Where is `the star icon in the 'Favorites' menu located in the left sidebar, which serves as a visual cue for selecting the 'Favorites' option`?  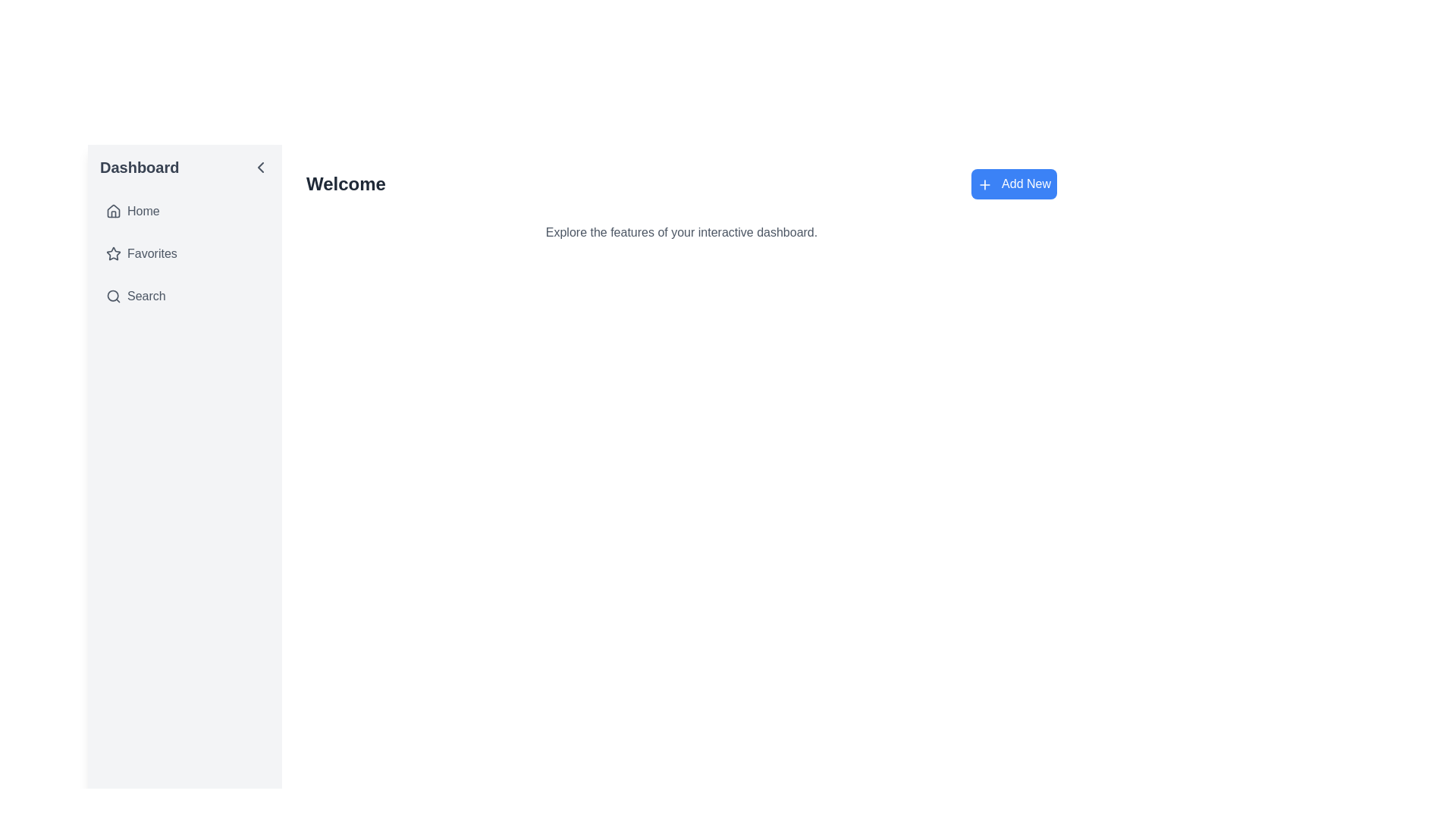
the star icon in the 'Favorites' menu located in the left sidebar, which serves as a visual cue for selecting the 'Favorites' option is located at coordinates (112, 253).